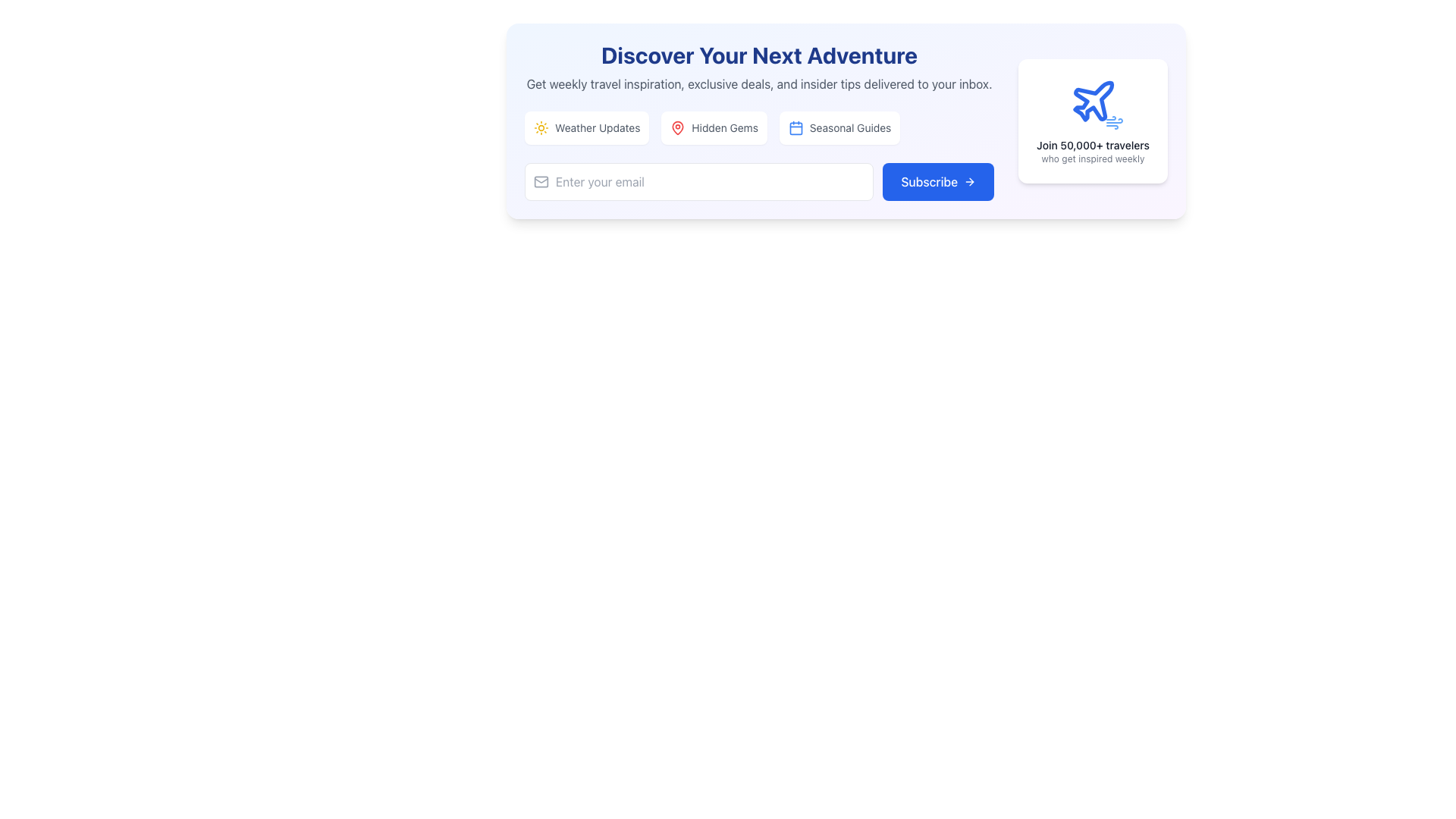 The width and height of the screenshot is (1456, 819). I want to click on the upper-central Text block that introduces and describes the section's purpose, which is positioned above the 'Weather Updates,' 'Hidden Gems,' and 'Seasonal Guides' buttons, so click(759, 66).